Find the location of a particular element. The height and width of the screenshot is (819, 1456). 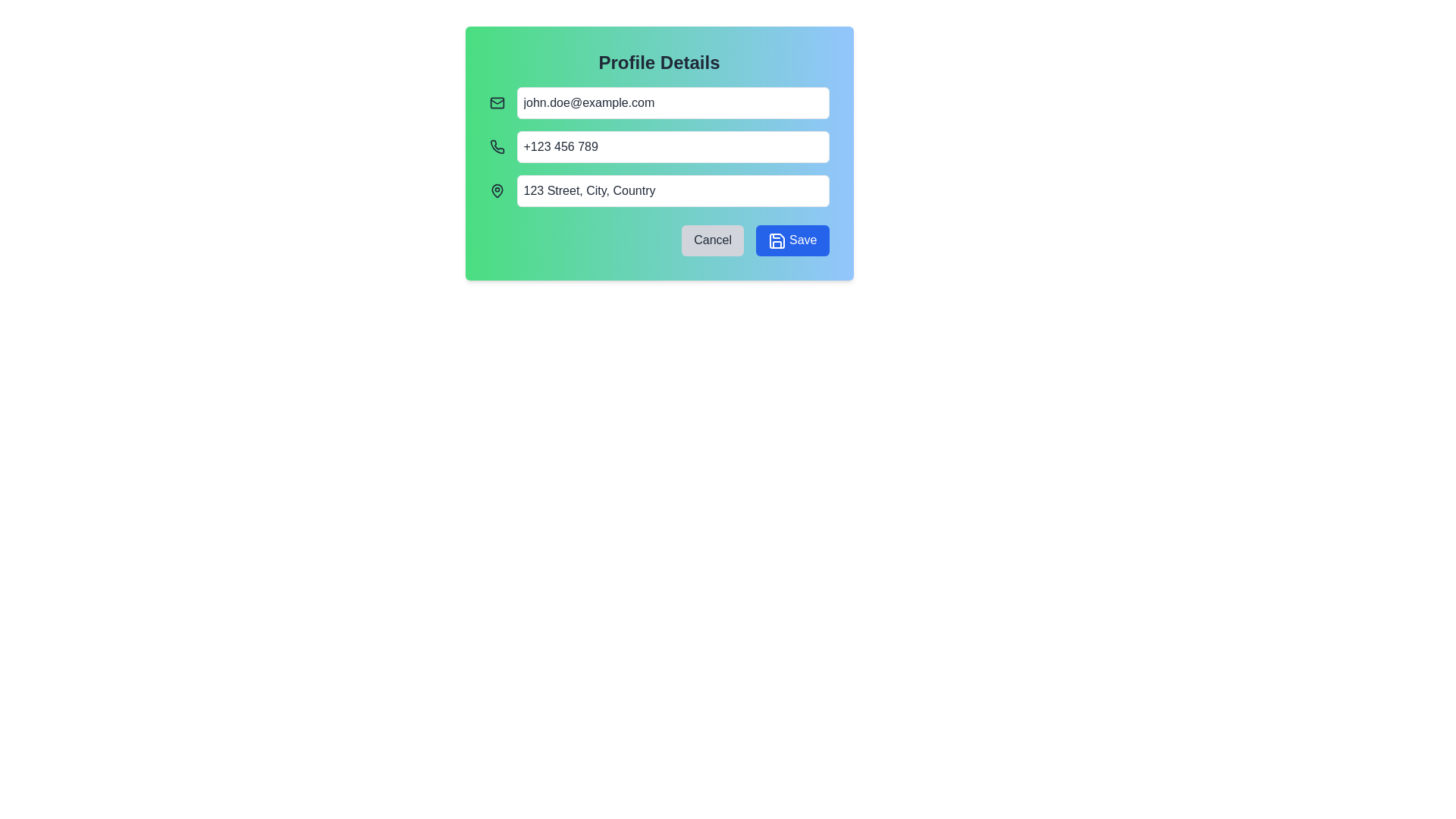

the address input field located in the lower part of the structured form to focus on it is located at coordinates (672, 190).